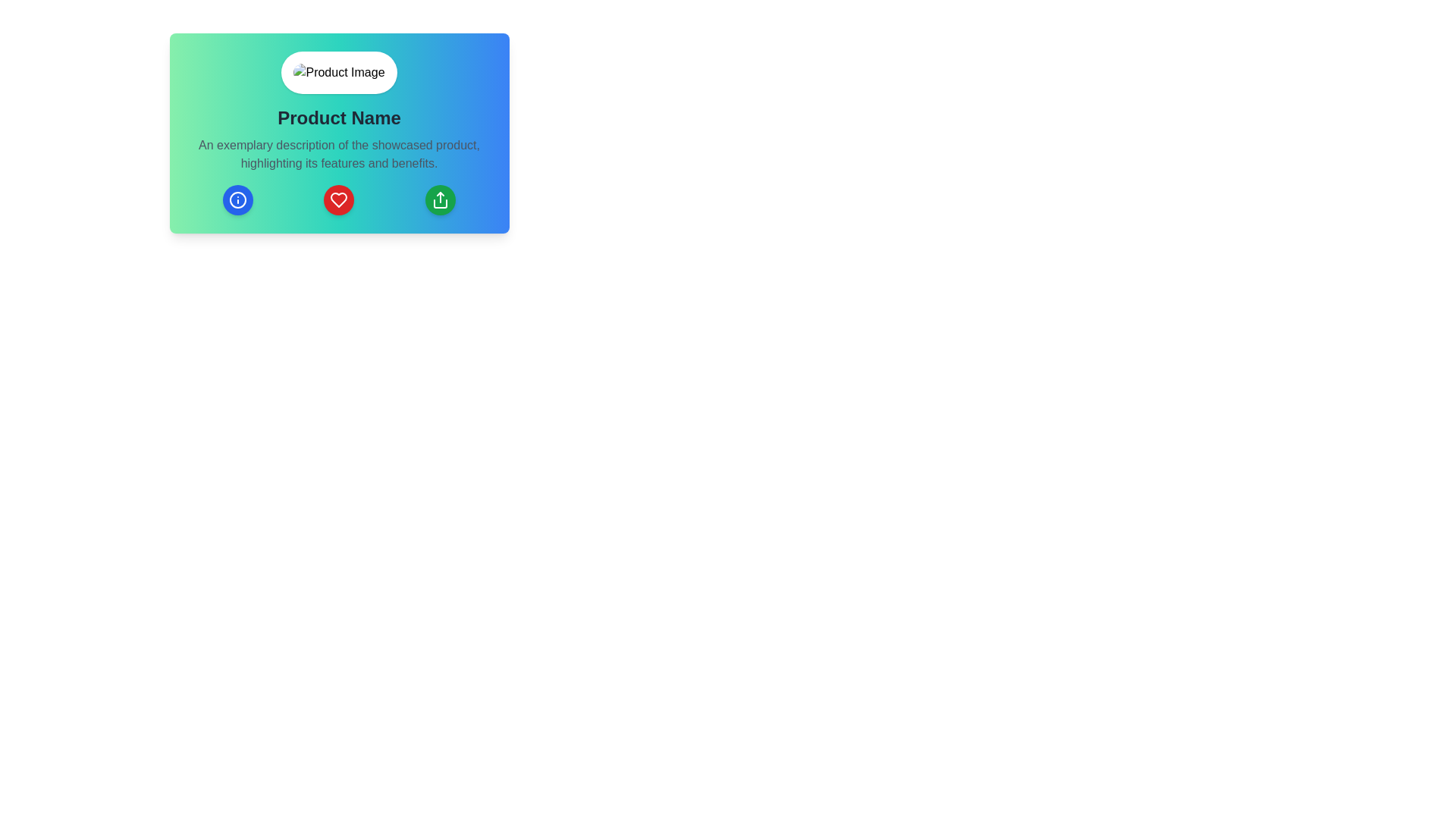 This screenshot has height=819, width=1456. What do you see at coordinates (338, 199) in the screenshot?
I see `the second interactive button in the horizontally aligned group to like or favorite the product` at bounding box center [338, 199].